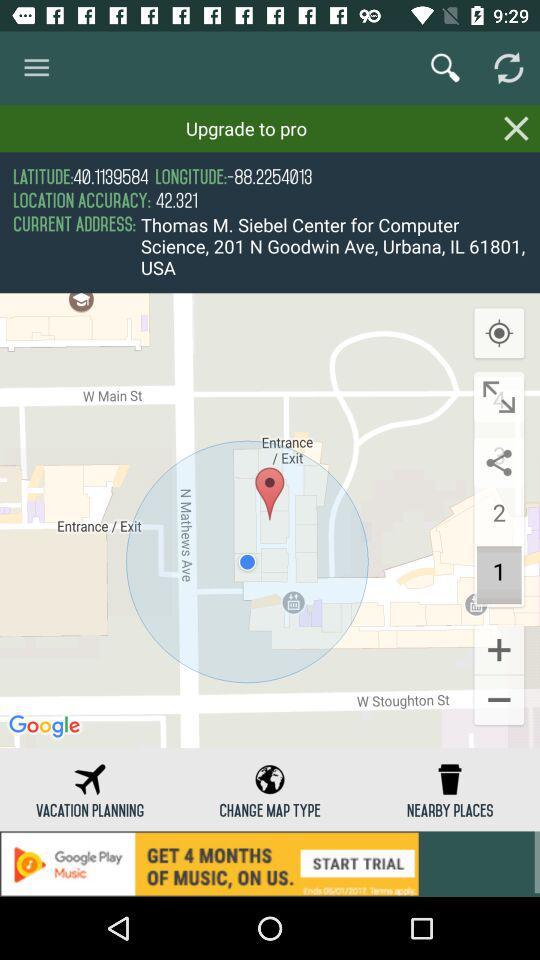 This screenshot has height=960, width=540. What do you see at coordinates (498, 463) in the screenshot?
I see `the share icon` at bounding box center [498, 463].